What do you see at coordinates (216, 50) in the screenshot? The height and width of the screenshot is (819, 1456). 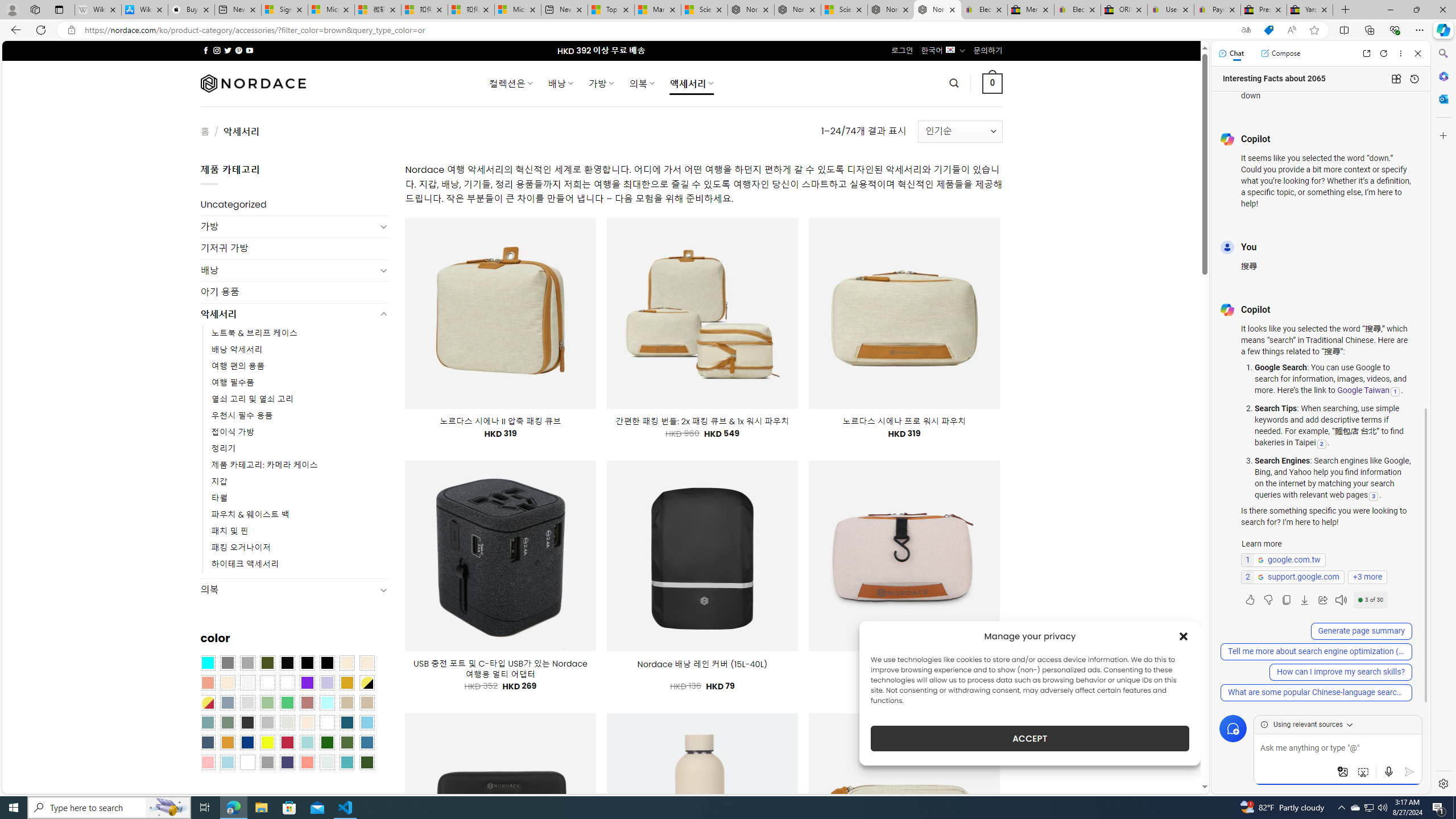 I see `'Follow on Instagram'` at bounding box center [216, 50].